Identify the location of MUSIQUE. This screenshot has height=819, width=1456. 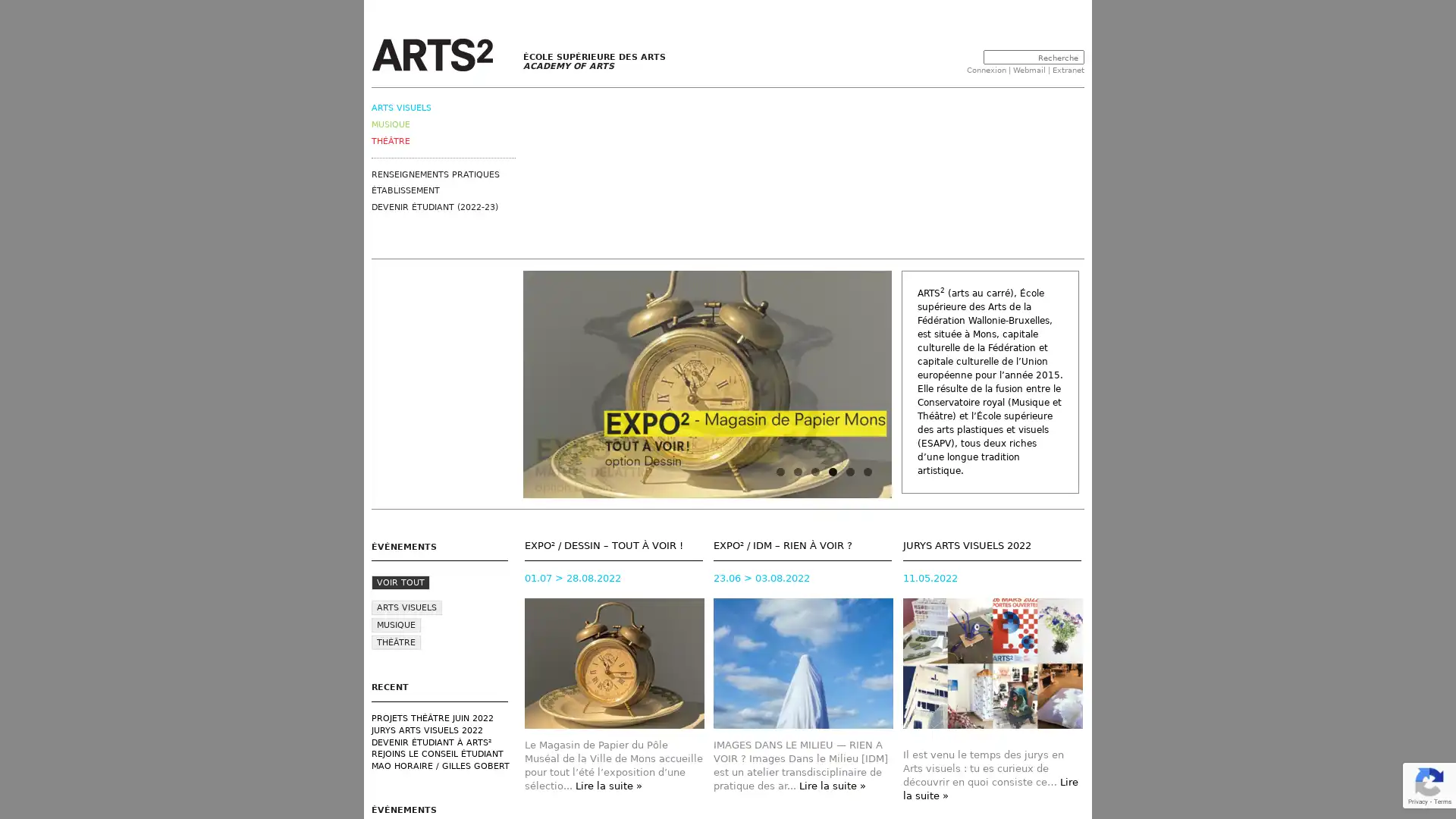
(396, 625).